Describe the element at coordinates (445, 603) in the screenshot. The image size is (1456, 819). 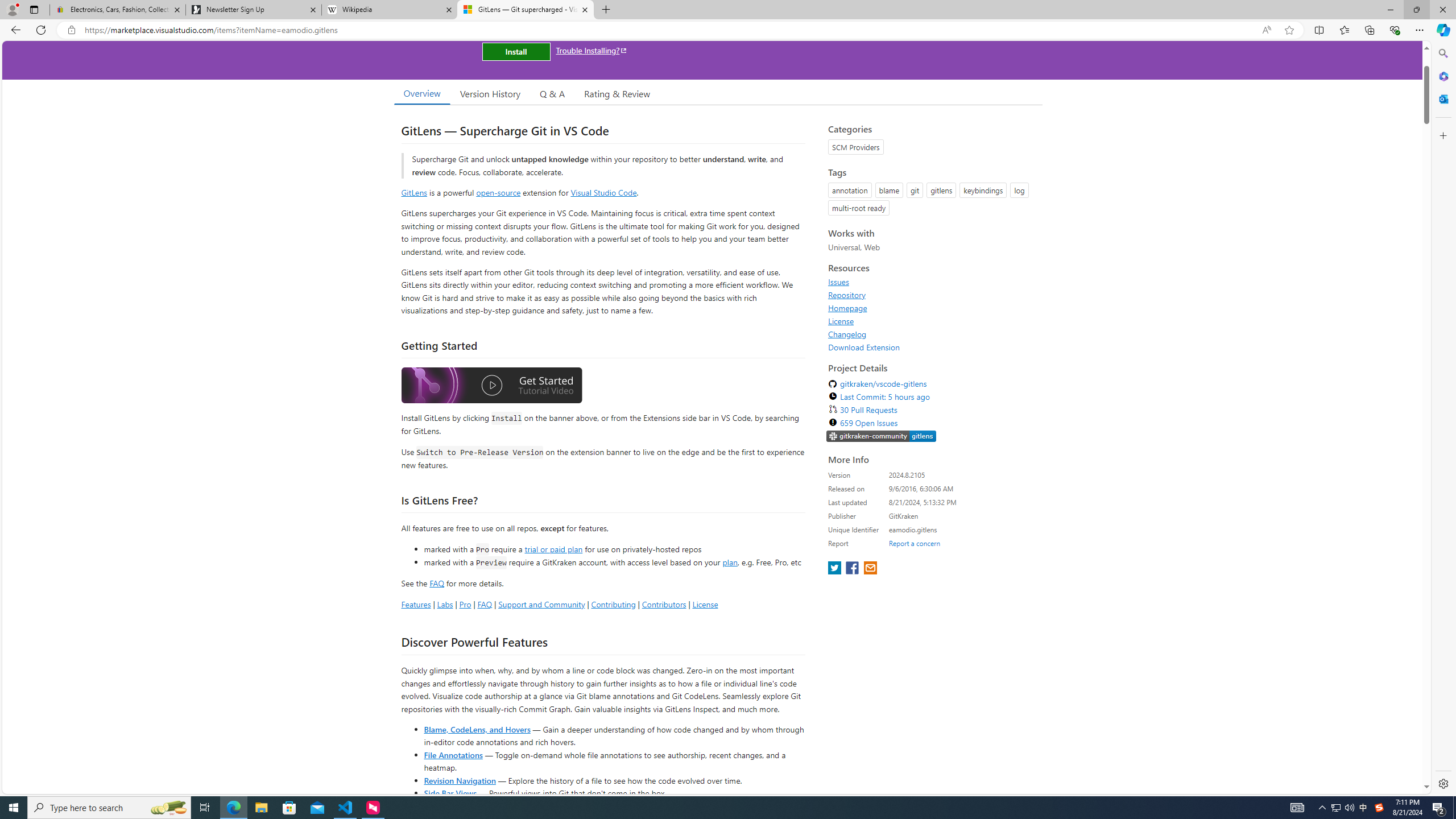
I see `'Labs'` at that location.